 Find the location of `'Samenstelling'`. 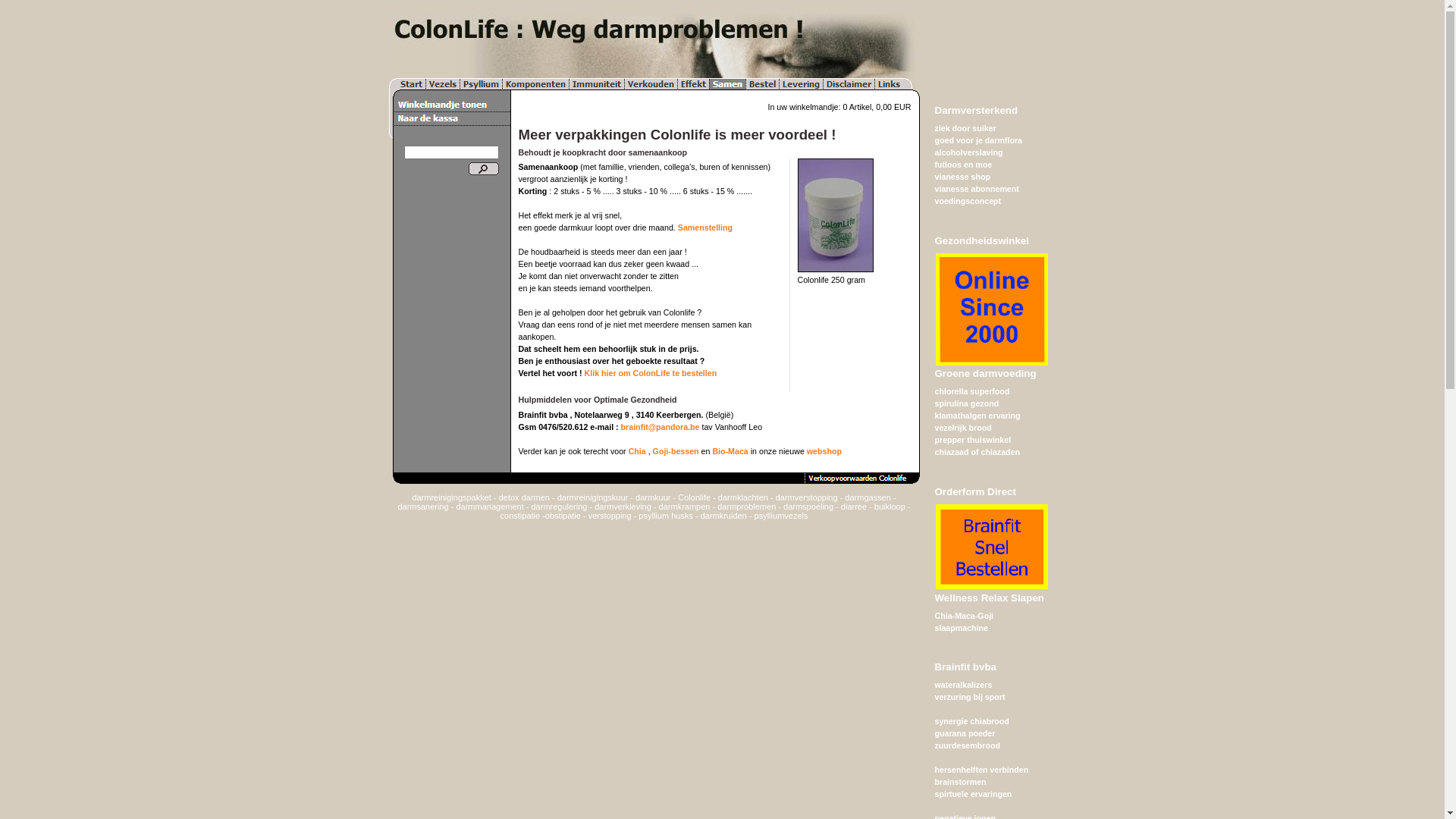

'Samenstelling' is located at coordinates (676, 227).